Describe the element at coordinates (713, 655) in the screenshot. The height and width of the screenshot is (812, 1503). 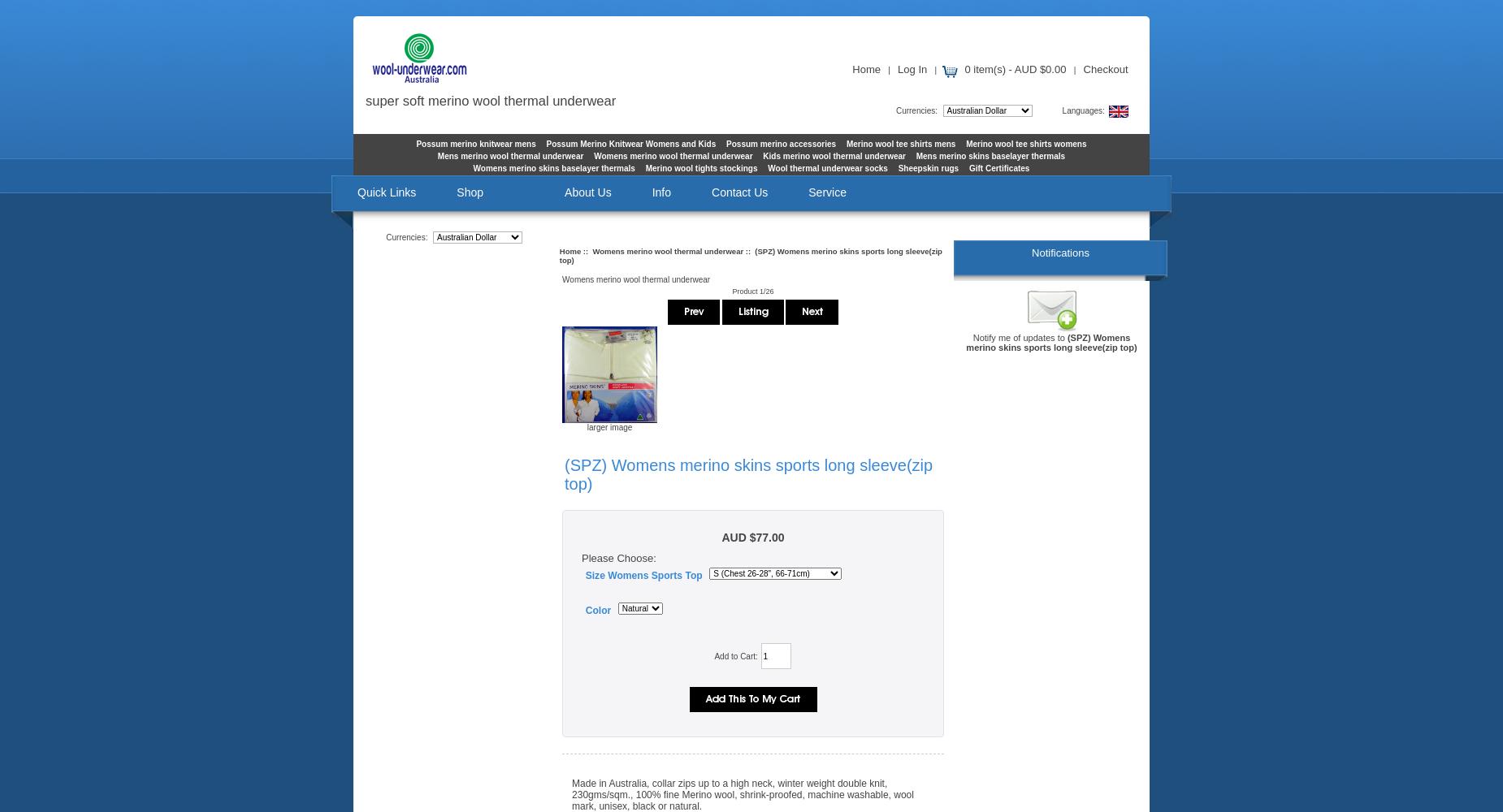
I see `'Add to Cart:'` at that location.